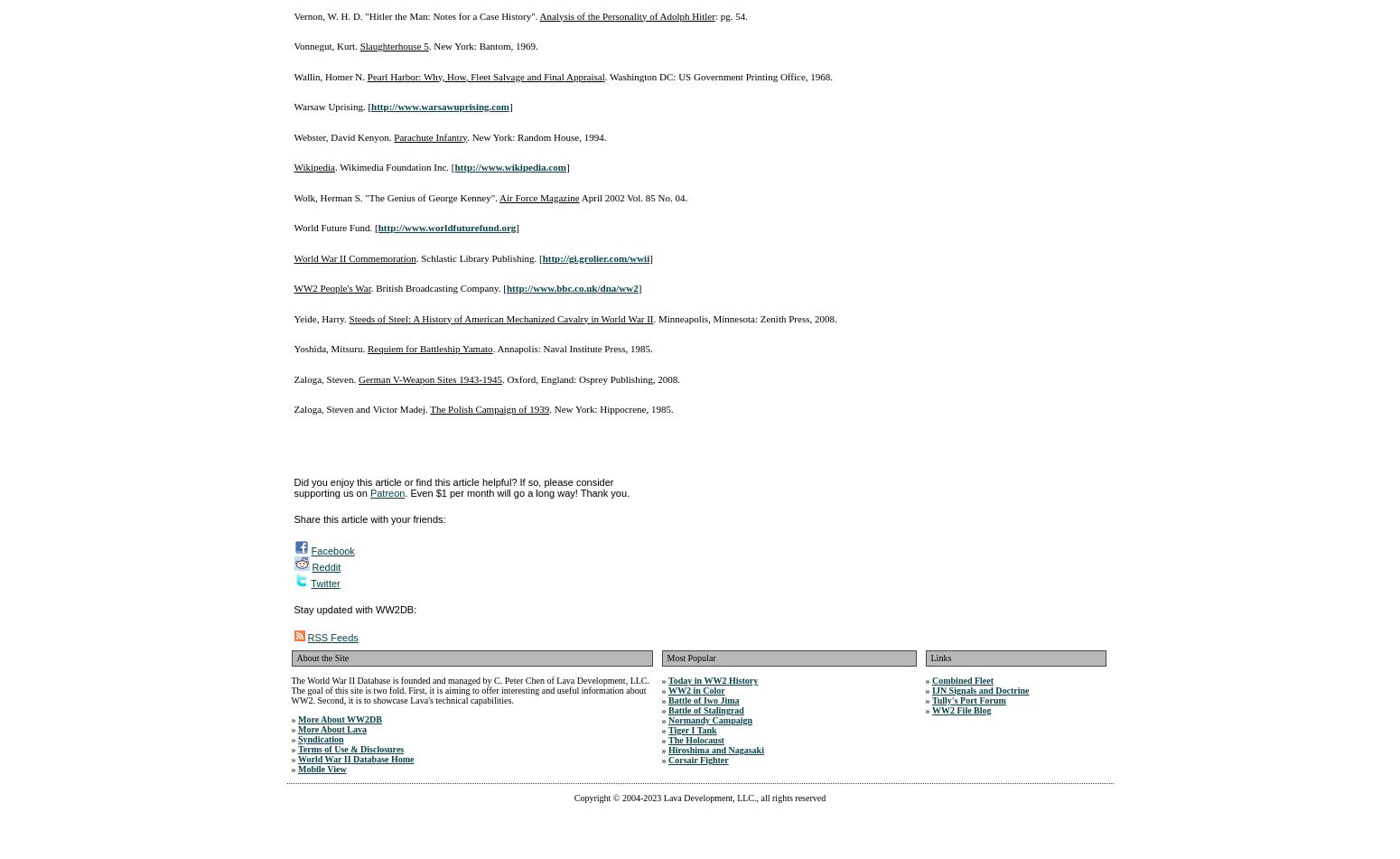  I want to click on 'Combined Fleet', so click(962, 679).